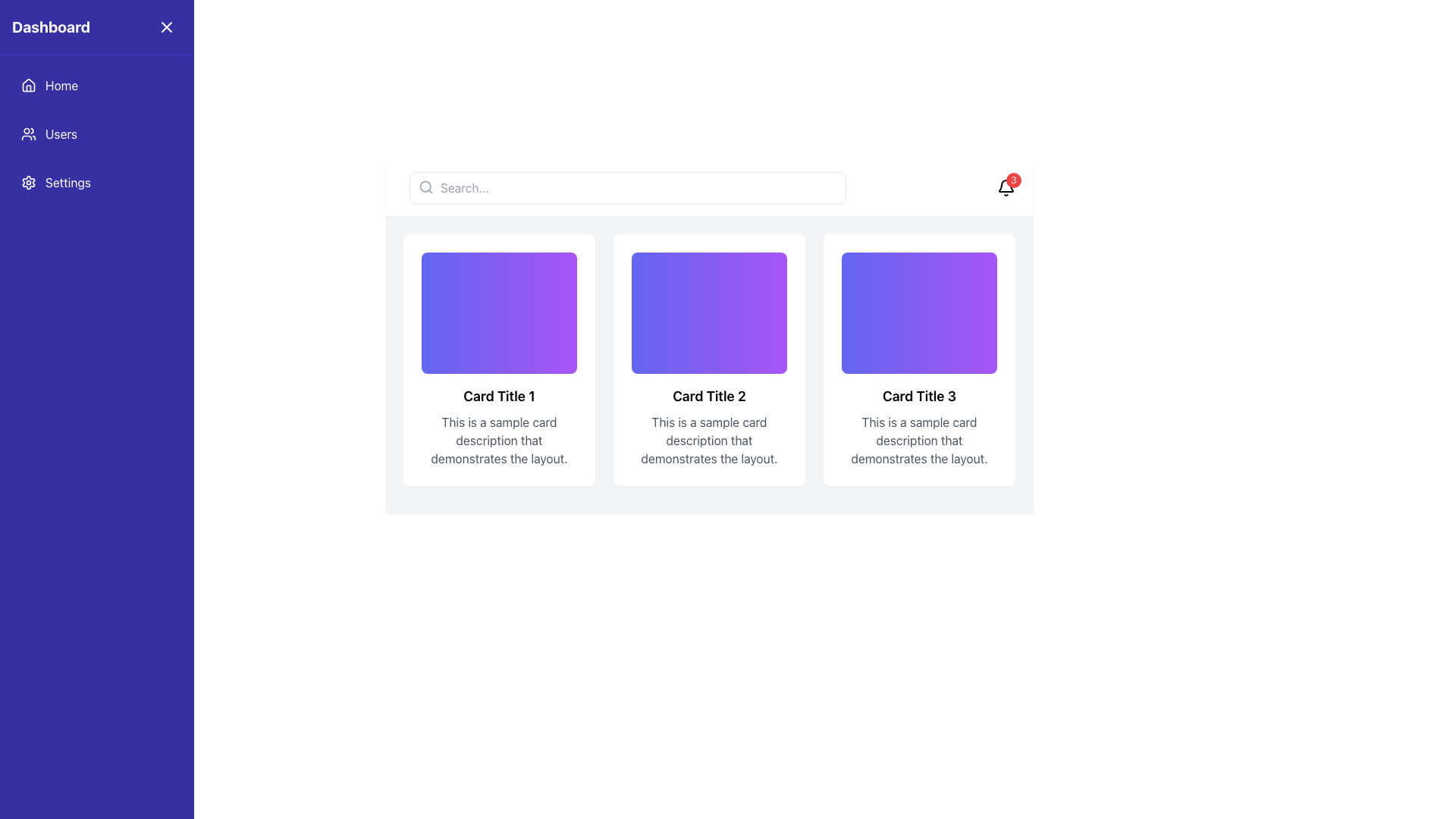 This screenshot has height=819, width=1456. I want to click on the navigation link at the top of the vertical menu, so click(96, 85).